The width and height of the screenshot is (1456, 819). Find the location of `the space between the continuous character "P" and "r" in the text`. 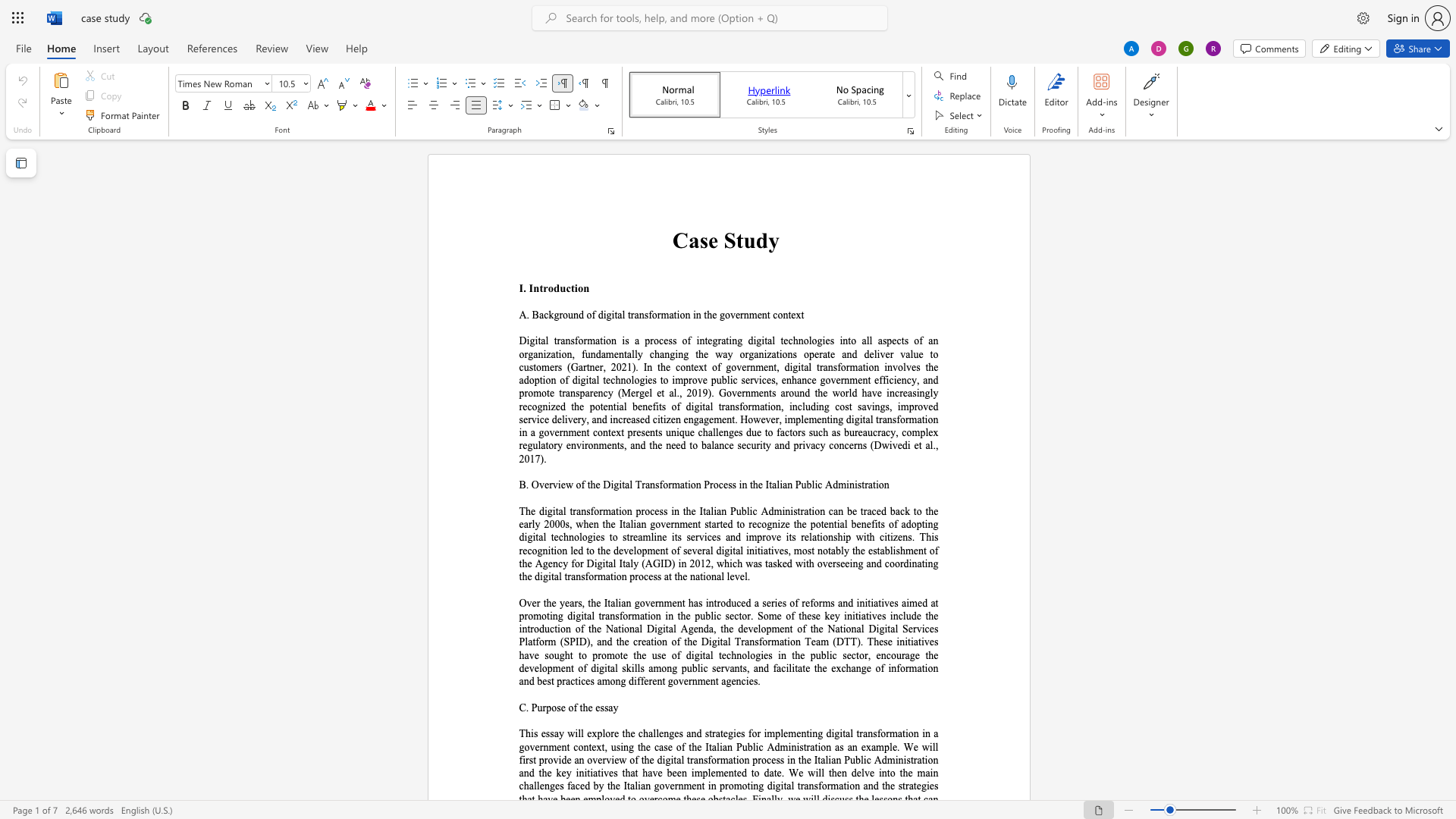

the space between the continuous character "P" and "r" in the text is located at coordinates (708, 485).